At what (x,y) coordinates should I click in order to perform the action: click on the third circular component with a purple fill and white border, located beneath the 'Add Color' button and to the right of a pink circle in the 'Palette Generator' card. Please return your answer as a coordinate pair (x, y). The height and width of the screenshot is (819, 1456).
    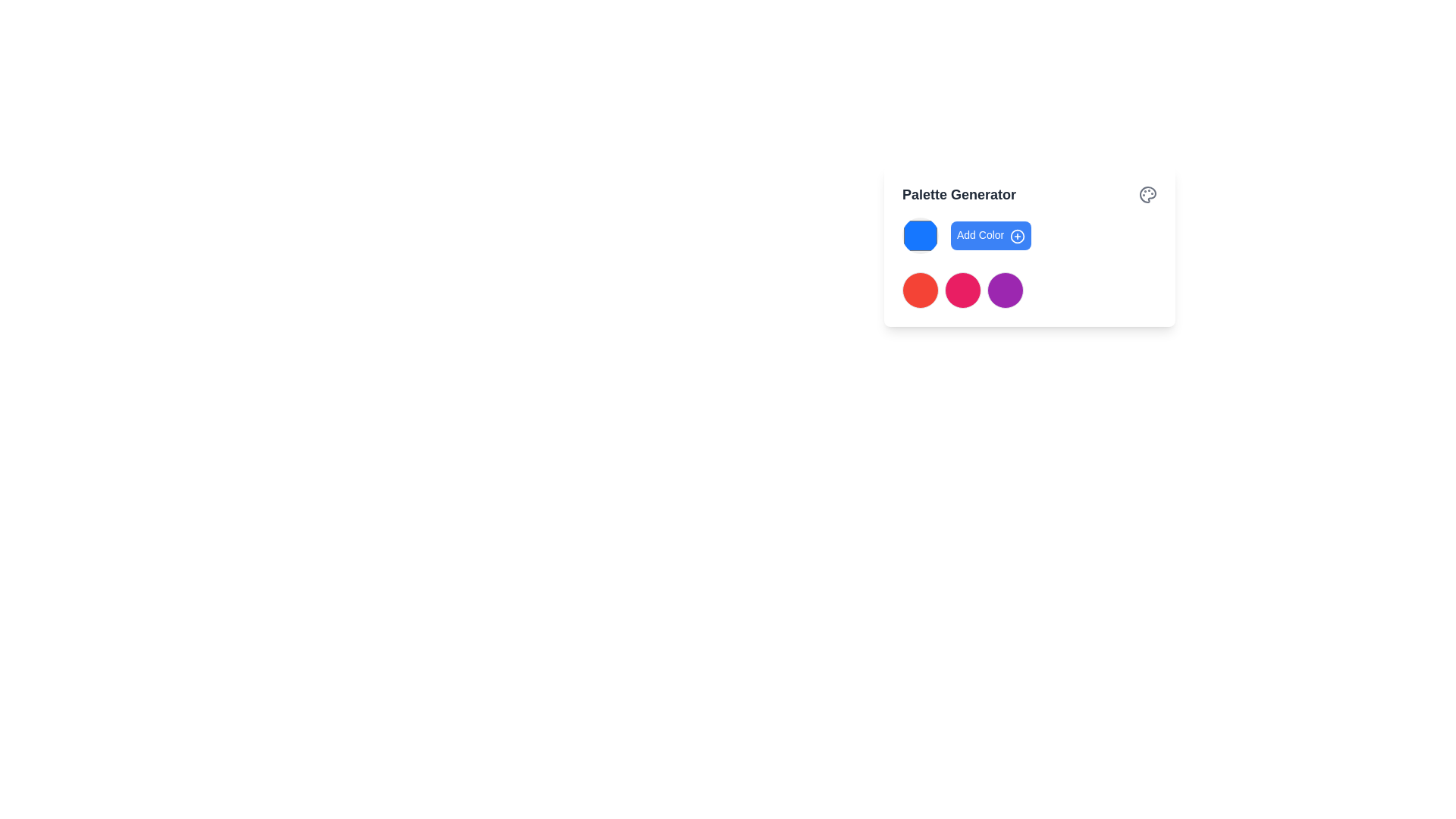
    Looking at the image, I should click on (1005, 290).